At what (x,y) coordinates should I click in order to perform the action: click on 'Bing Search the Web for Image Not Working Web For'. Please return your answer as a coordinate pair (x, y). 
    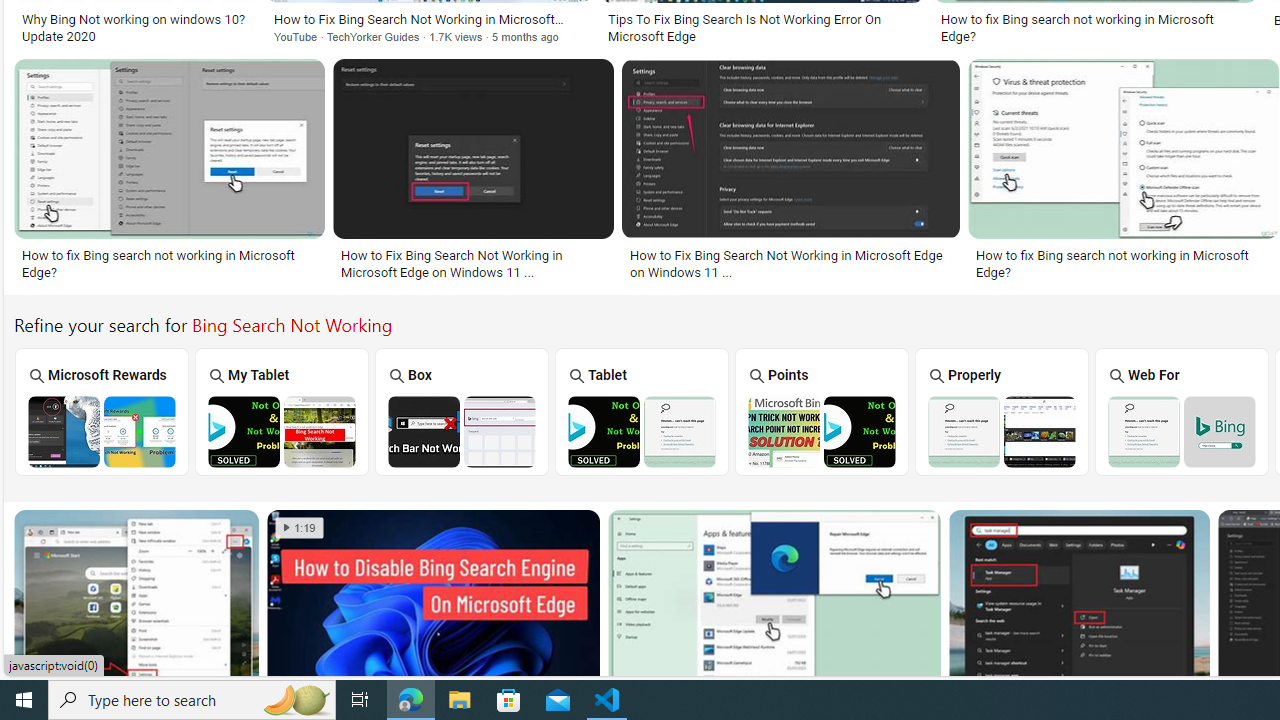
    Looking at the image, I should click on (1182, 410).